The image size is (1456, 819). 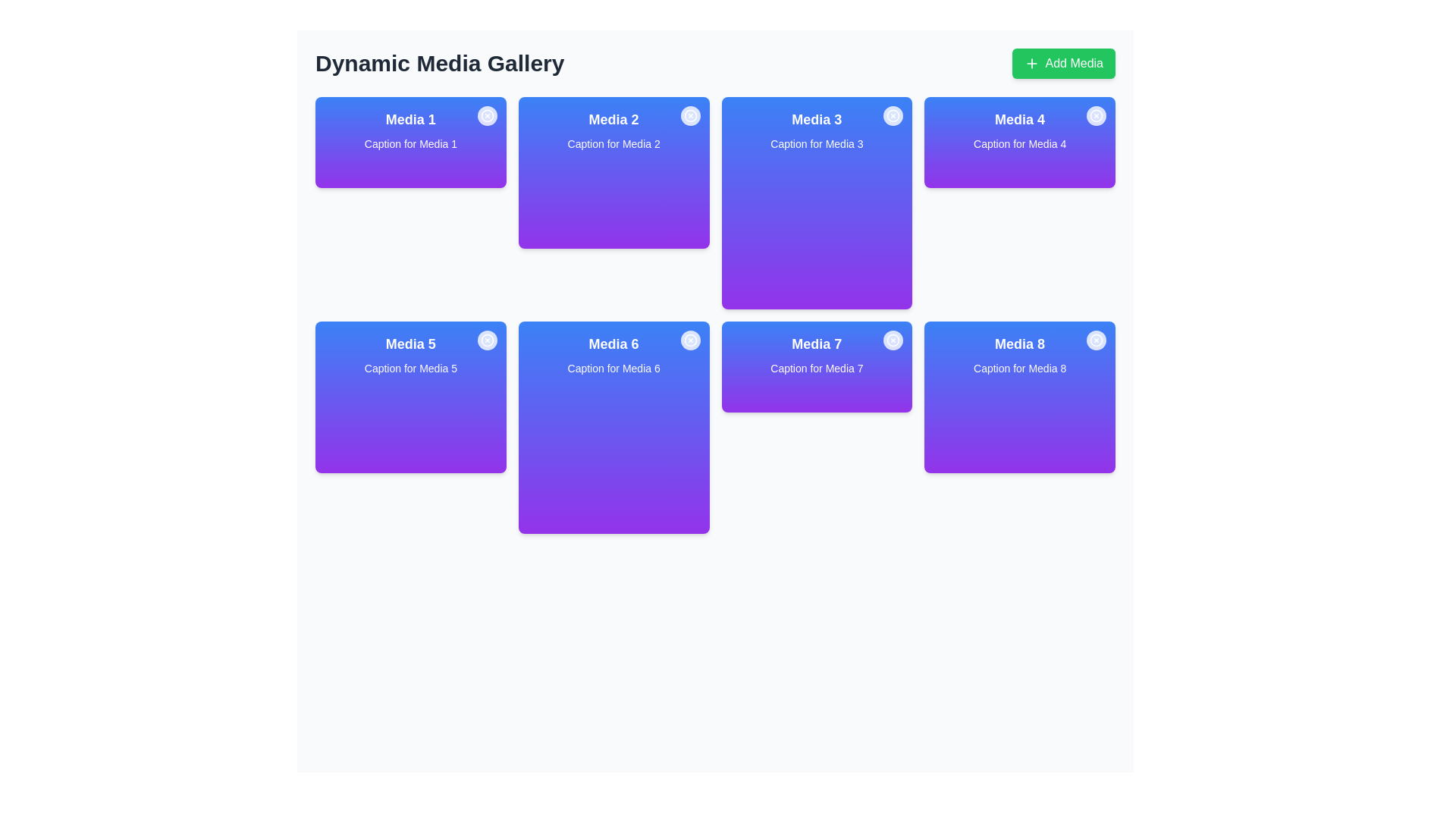 I want to click on text displayed on the 'Media 5' label, which is presented in a bold, large white font on a blue to purple gradient background, located at the center-top area of its card layout, so click(x=410, y=344).